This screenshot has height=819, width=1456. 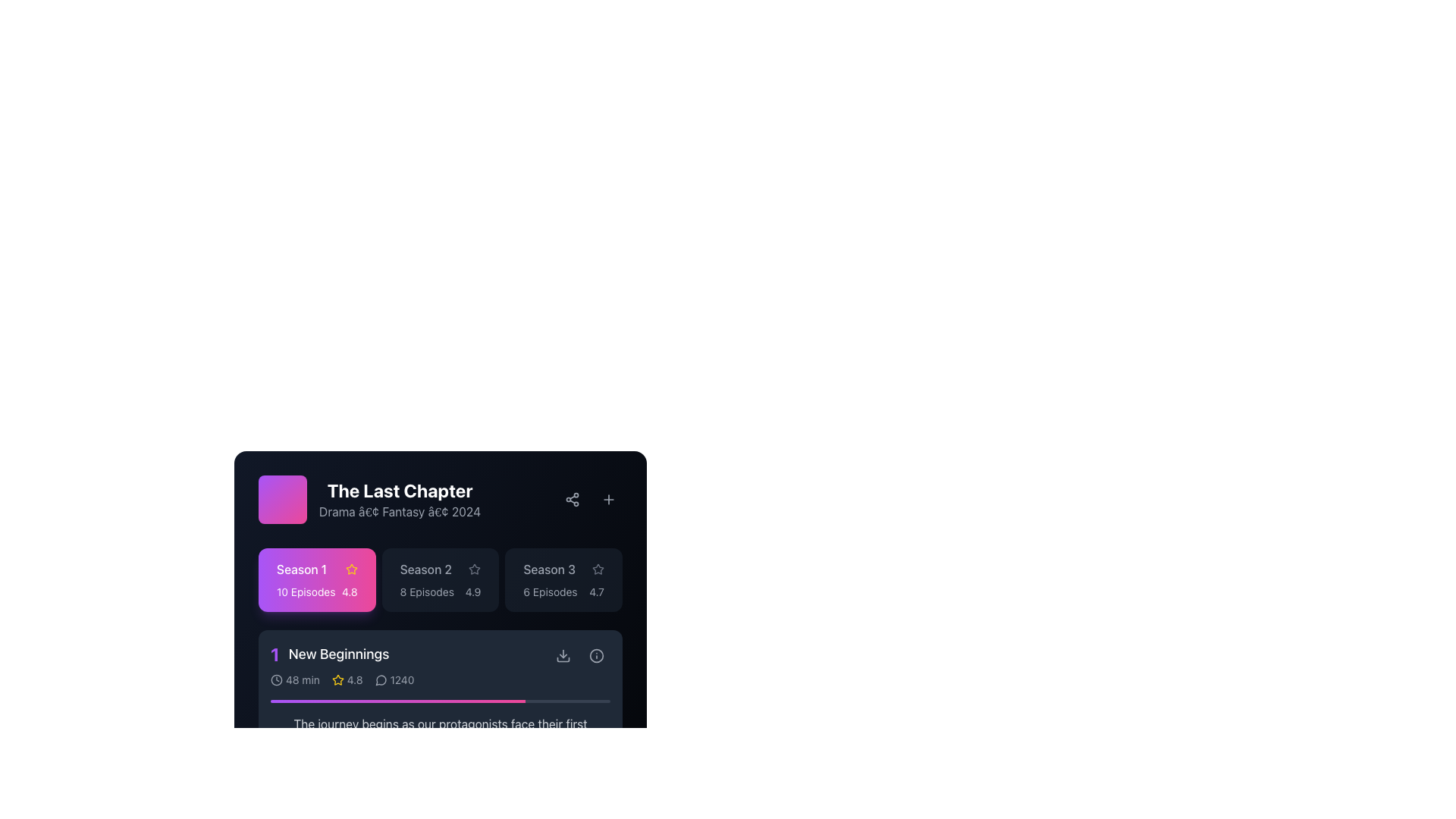 I want to click on the download icon button located in the bottom right corner of the episode information area for 'New Beginnings', so click(x=563, y=654).